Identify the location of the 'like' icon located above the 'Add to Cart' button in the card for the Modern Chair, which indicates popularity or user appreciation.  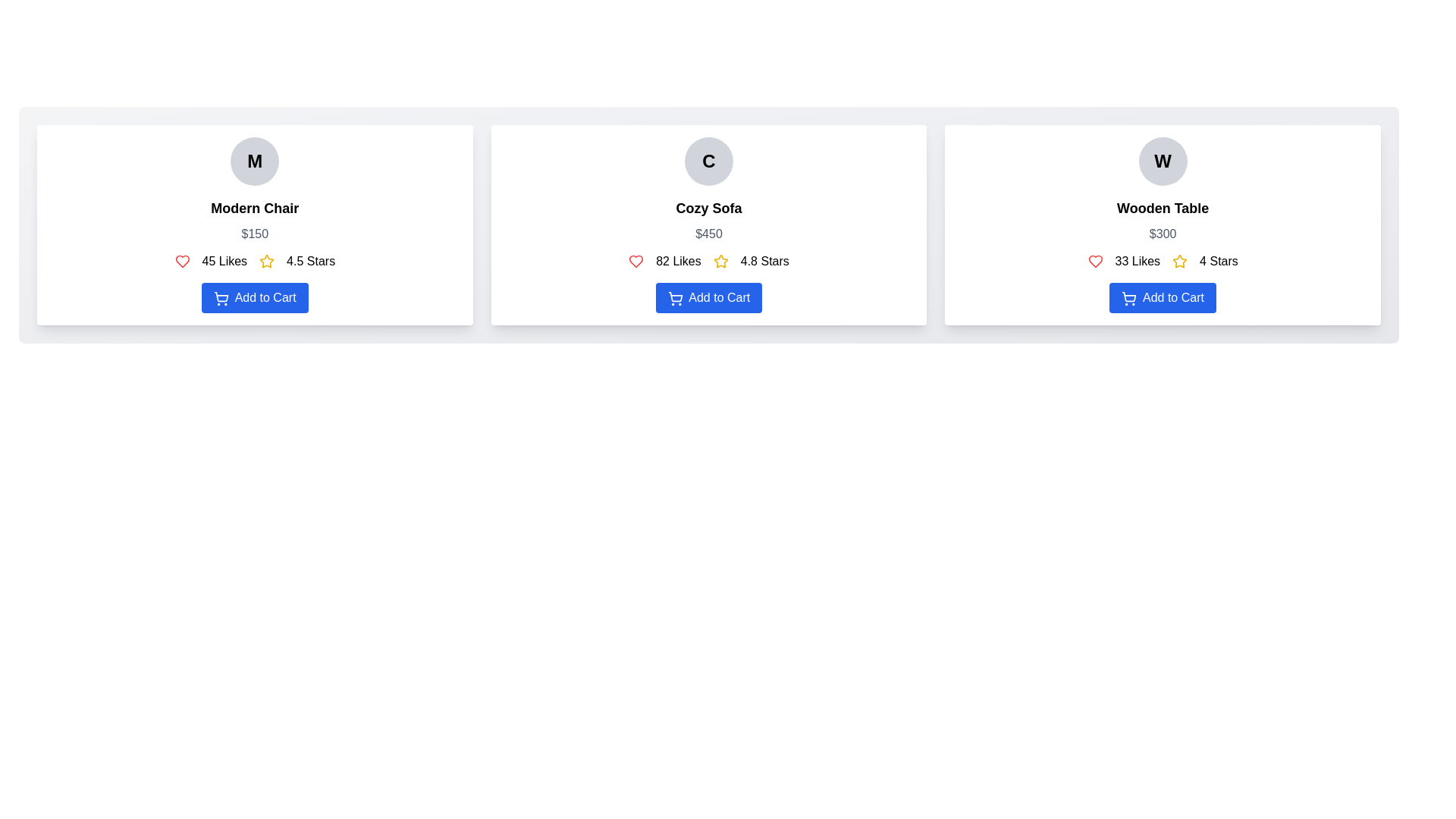
(182, 260).